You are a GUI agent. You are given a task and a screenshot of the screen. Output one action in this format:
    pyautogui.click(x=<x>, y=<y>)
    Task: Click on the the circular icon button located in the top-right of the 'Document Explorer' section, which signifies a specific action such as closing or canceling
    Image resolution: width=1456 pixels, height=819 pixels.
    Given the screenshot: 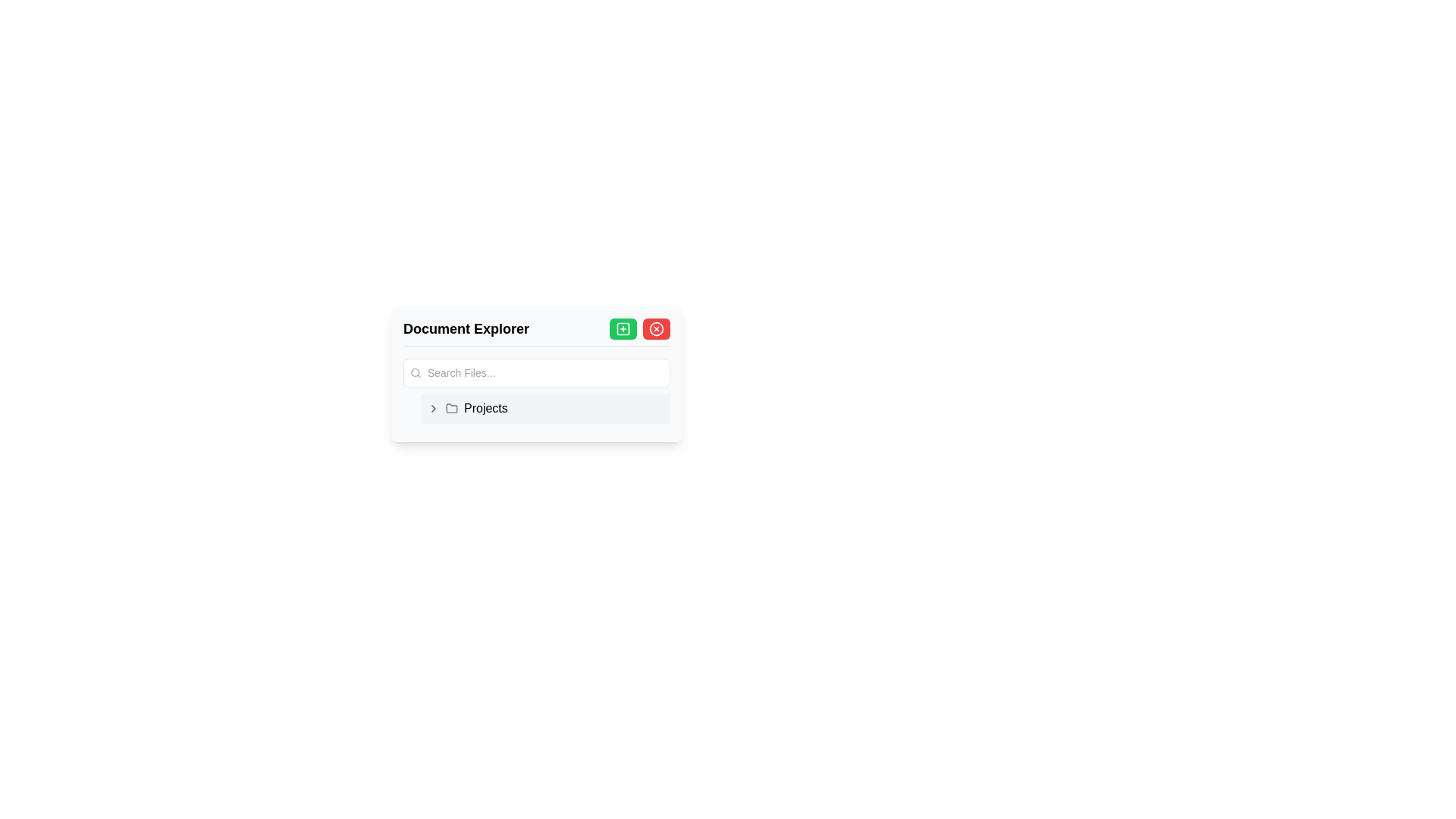 What is the action you would take?
    pyautogui.click(x=656, y=328)
    